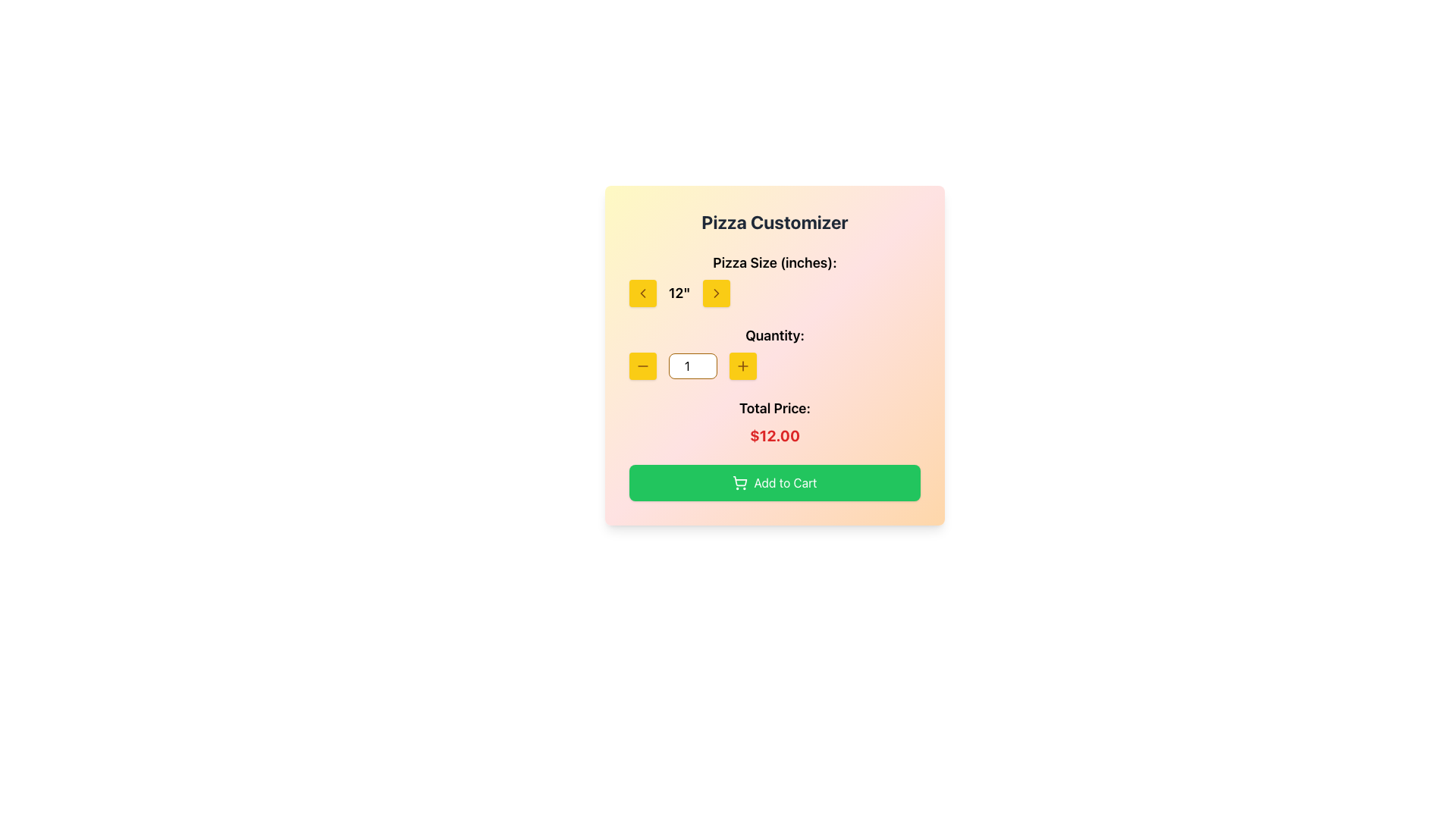 Image resolution: width=1456 pixels, height=819 pixels. What do you see at coordinates (775, 422) in the screenshot?
I see `the total price display element located below the quantity selection section and above the 'Add to Cart' button in the 'Pizza Customizer' card` at bounding box center [775, 422].